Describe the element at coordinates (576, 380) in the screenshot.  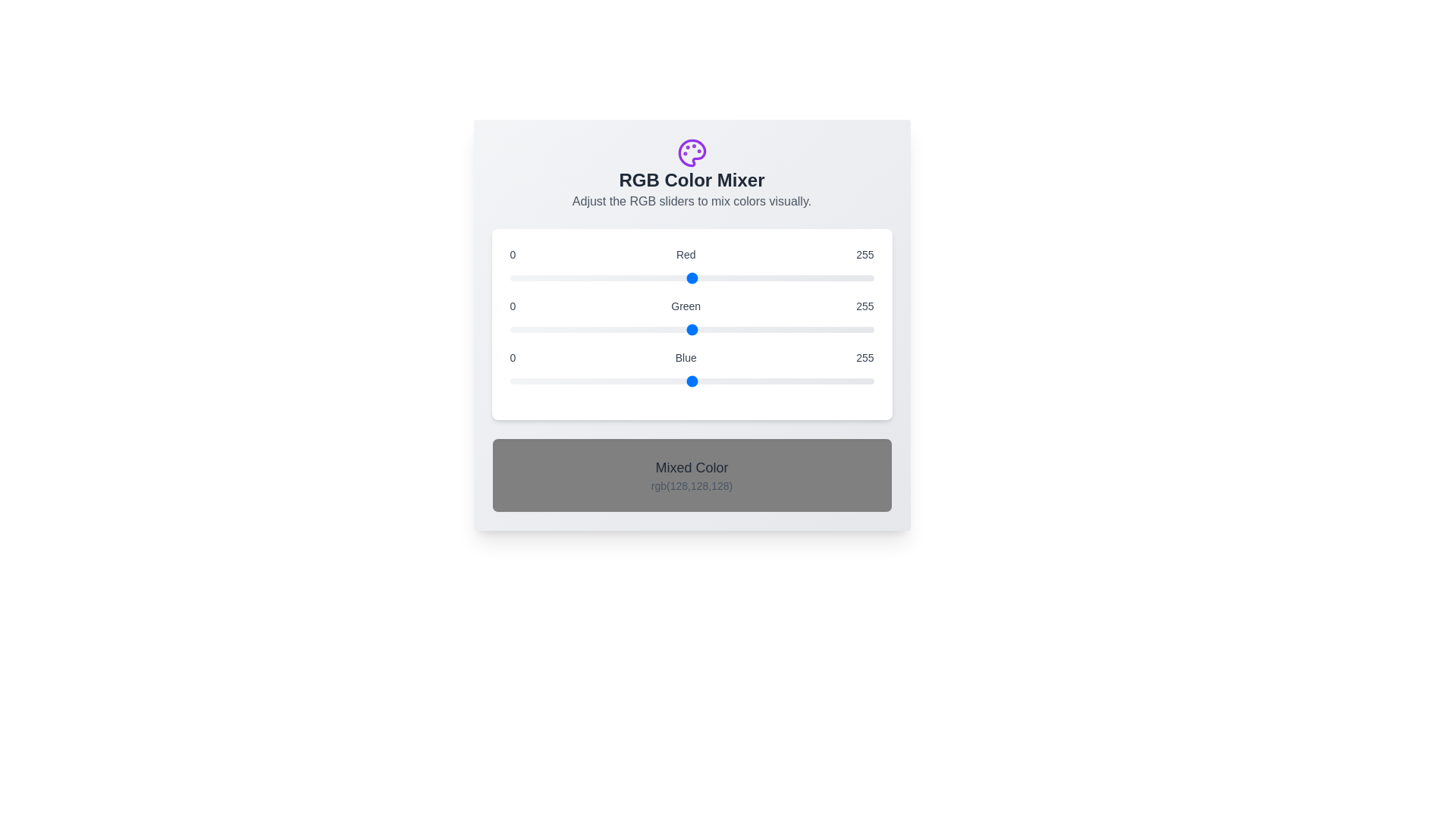
I see `the blue slider to a specific value 47 within the range 0 to 255` at that location.